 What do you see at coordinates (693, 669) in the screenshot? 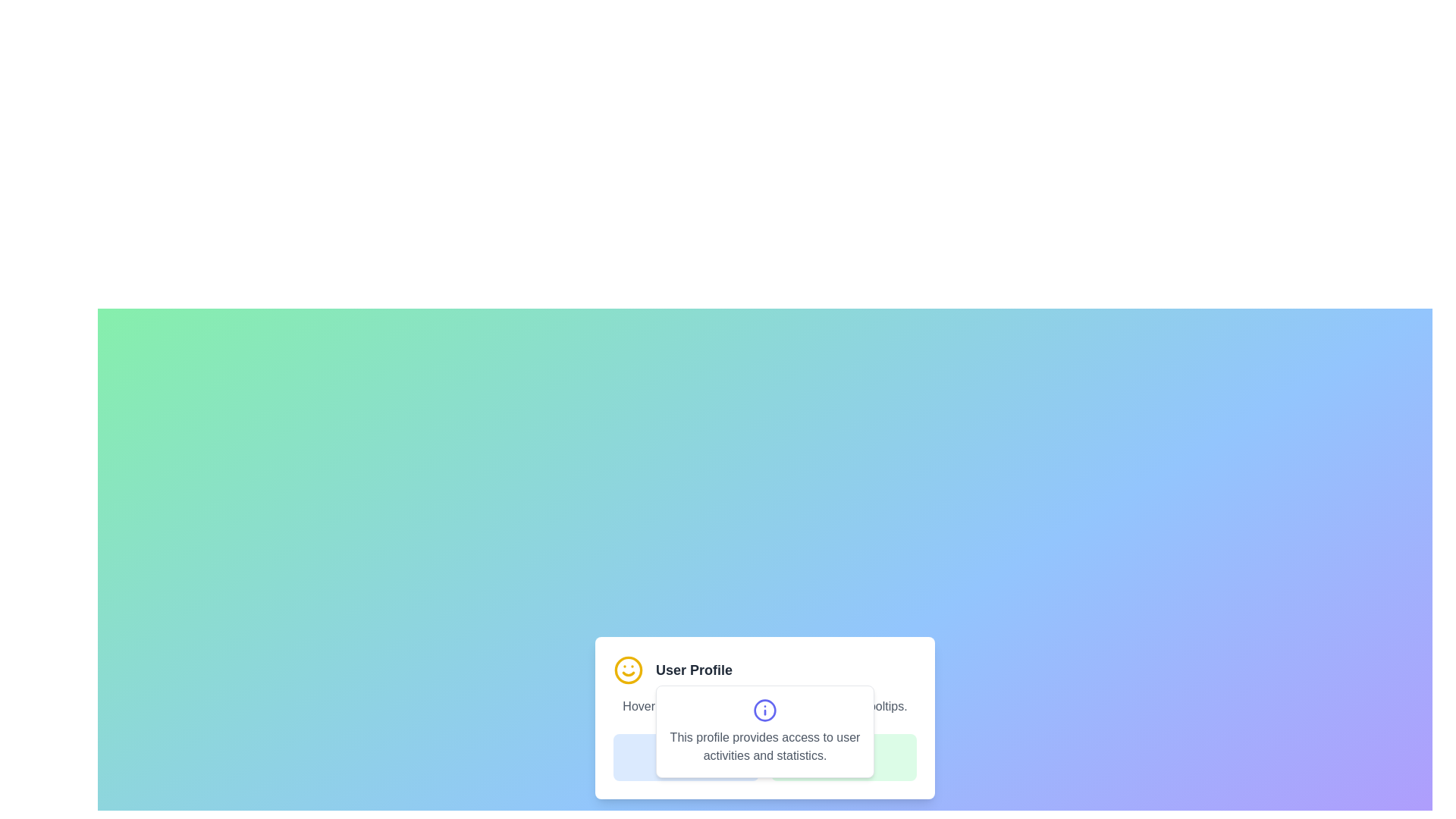
I see `the 'User Profile' text label element, which is styled in bold, large gray characters and is located to the right of a yellow smiley face icon` at bounding box center [693, 669].